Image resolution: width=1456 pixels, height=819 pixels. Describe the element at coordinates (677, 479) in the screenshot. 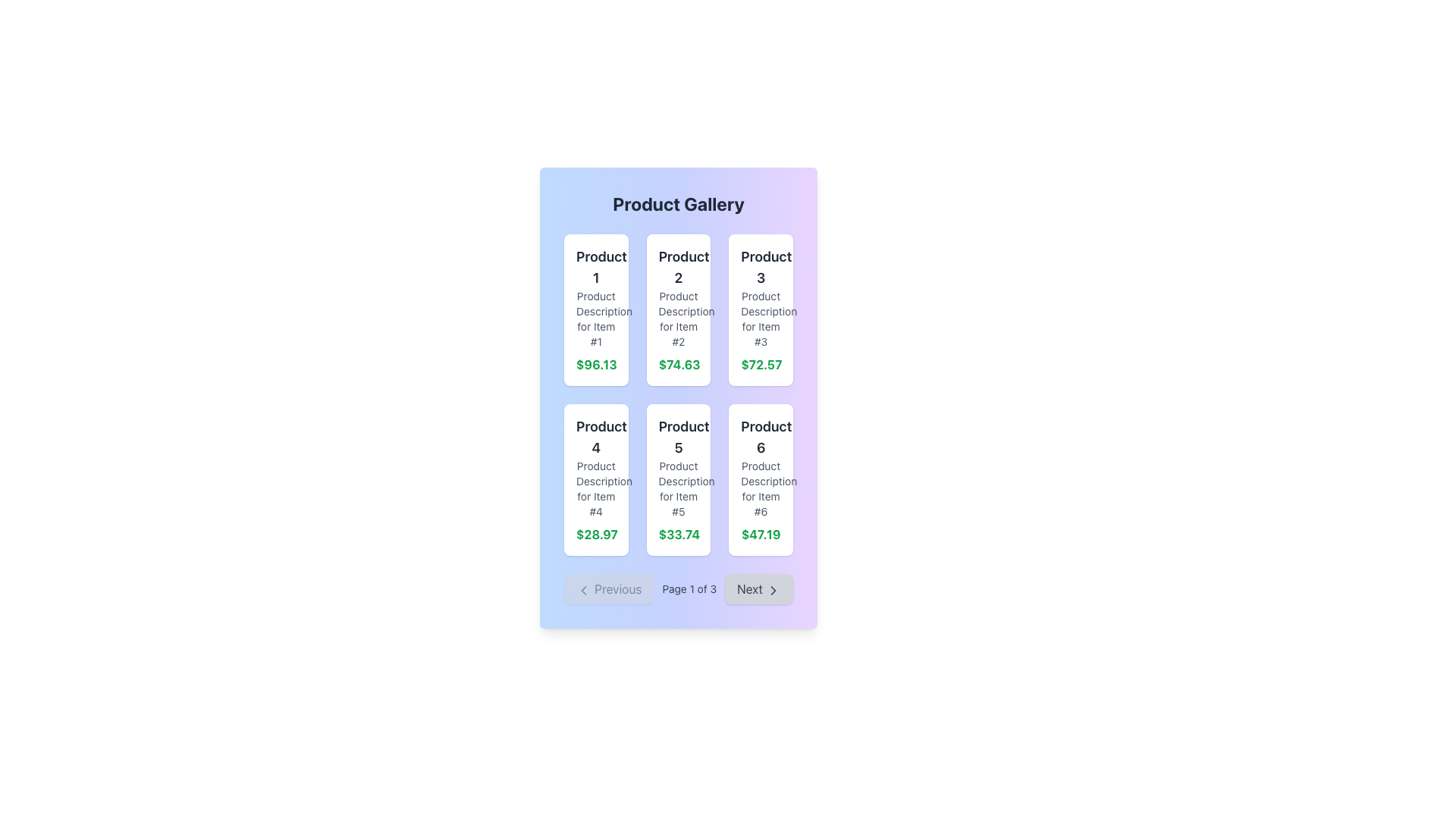

I see `product details displayed in the textual display element located in the second row and second column of the grid layout, positioned between 'Product 4' and 'Product 6'` at that location.